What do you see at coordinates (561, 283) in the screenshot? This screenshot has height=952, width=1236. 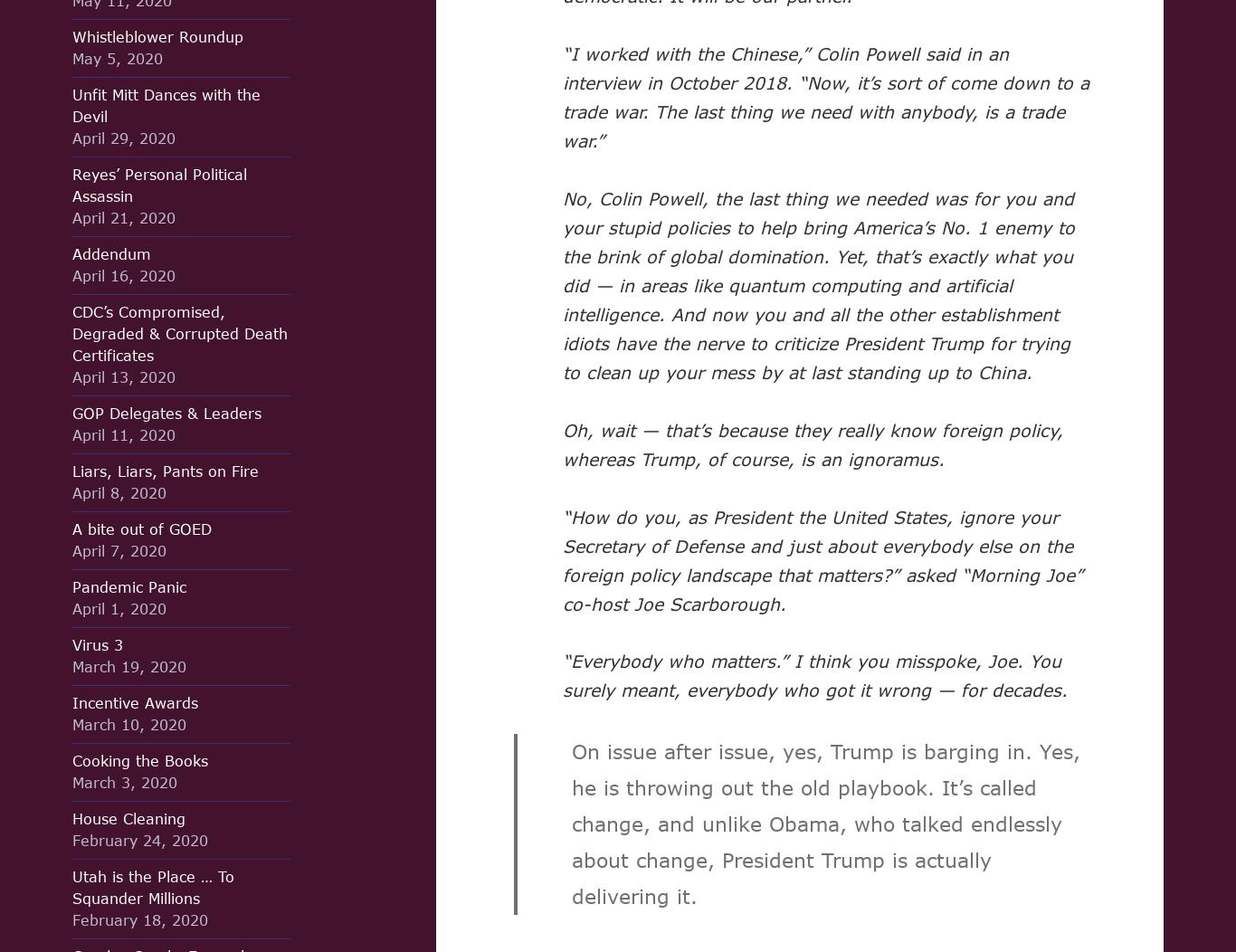 I see `'No, Colin Powell, the last thing we needed was for you and your stupid policies to help bring America’s No. 1 enemy to the brink of global domination. Yet, that’s exactly what you did — in areas like quantum computing and artificial intelligence. And now you and all the other establishment idiots have the nerve to criticize President Trump for trying to clean up your mess by at last standing up to China.'` at bounding box center [561, 283].